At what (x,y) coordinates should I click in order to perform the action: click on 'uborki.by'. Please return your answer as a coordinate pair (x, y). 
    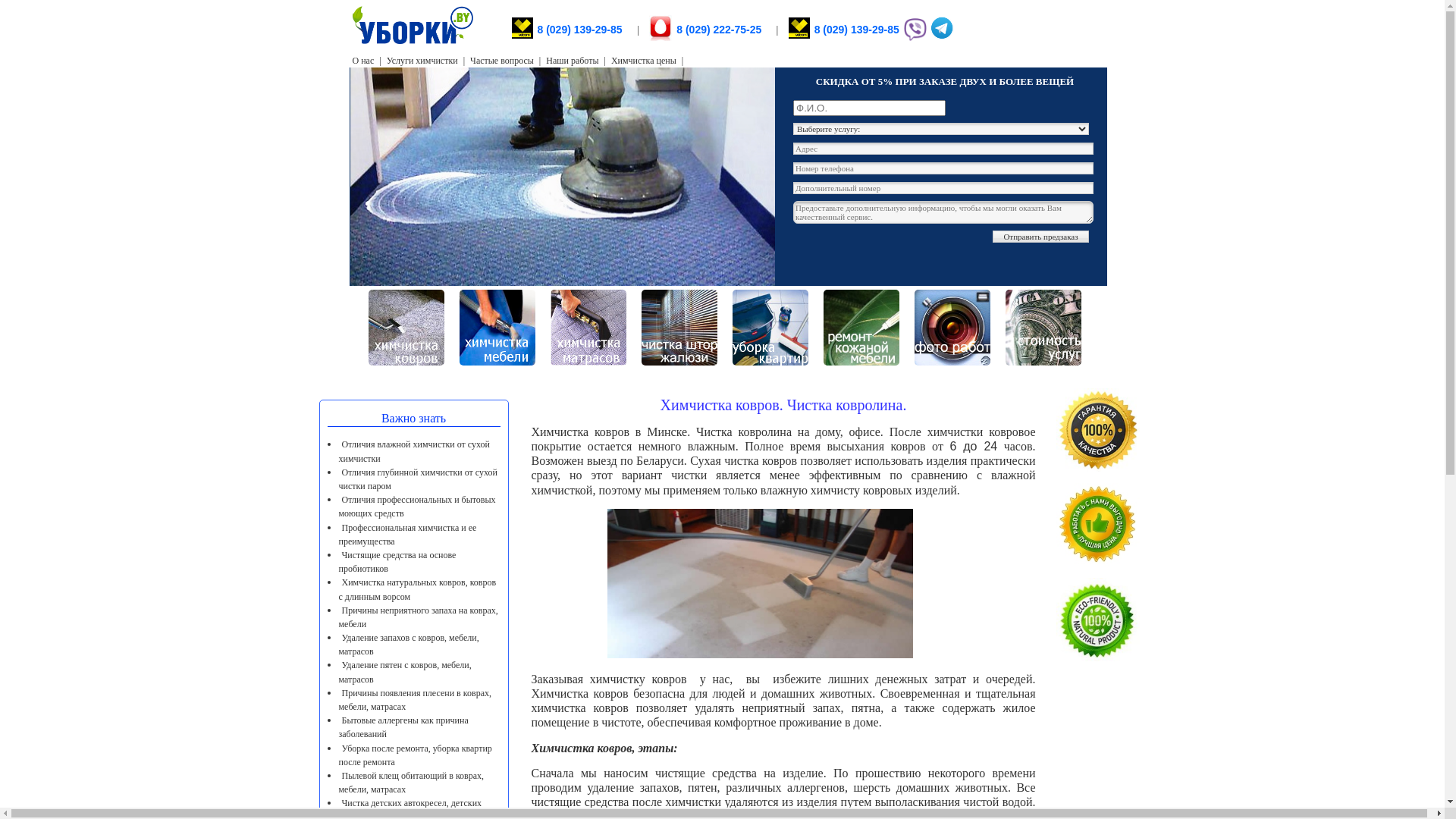
    Looking at the image, I should click on (562, 175).